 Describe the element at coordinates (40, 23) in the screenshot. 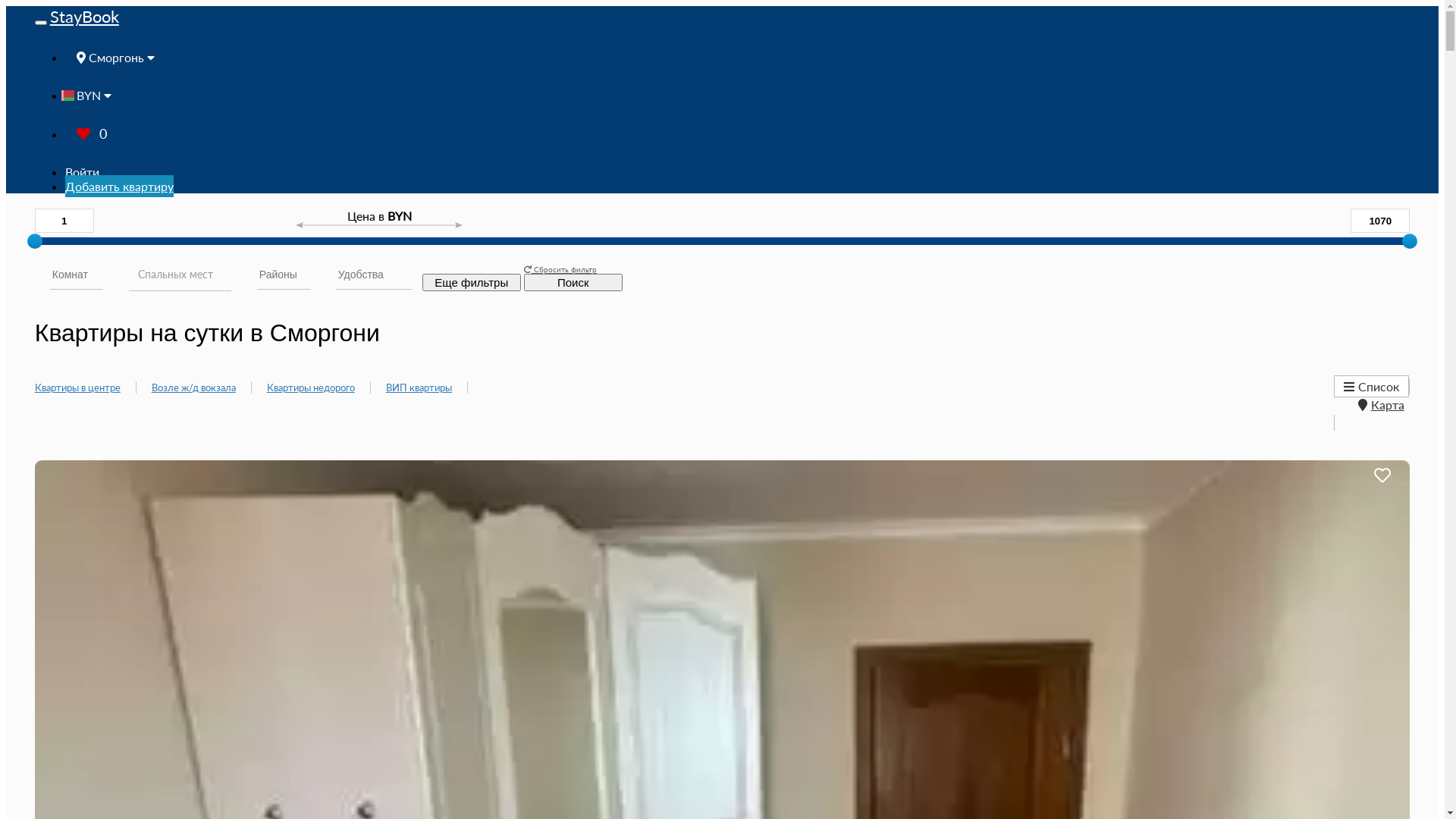

I see `'Toggle navigation'` at that location.